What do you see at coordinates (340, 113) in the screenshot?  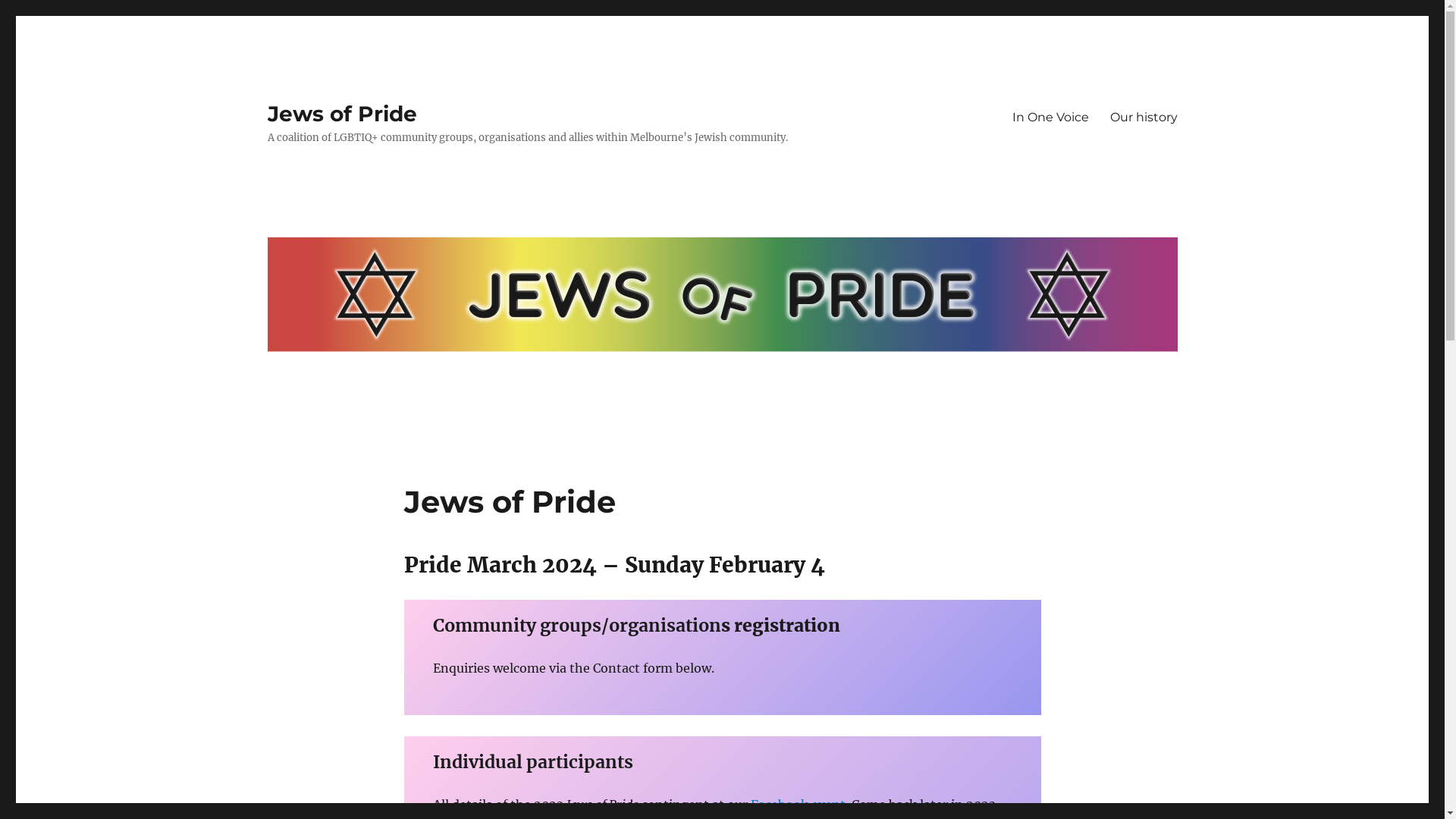 I see `'Jews of Pride'` at bounding box center [340, 113].